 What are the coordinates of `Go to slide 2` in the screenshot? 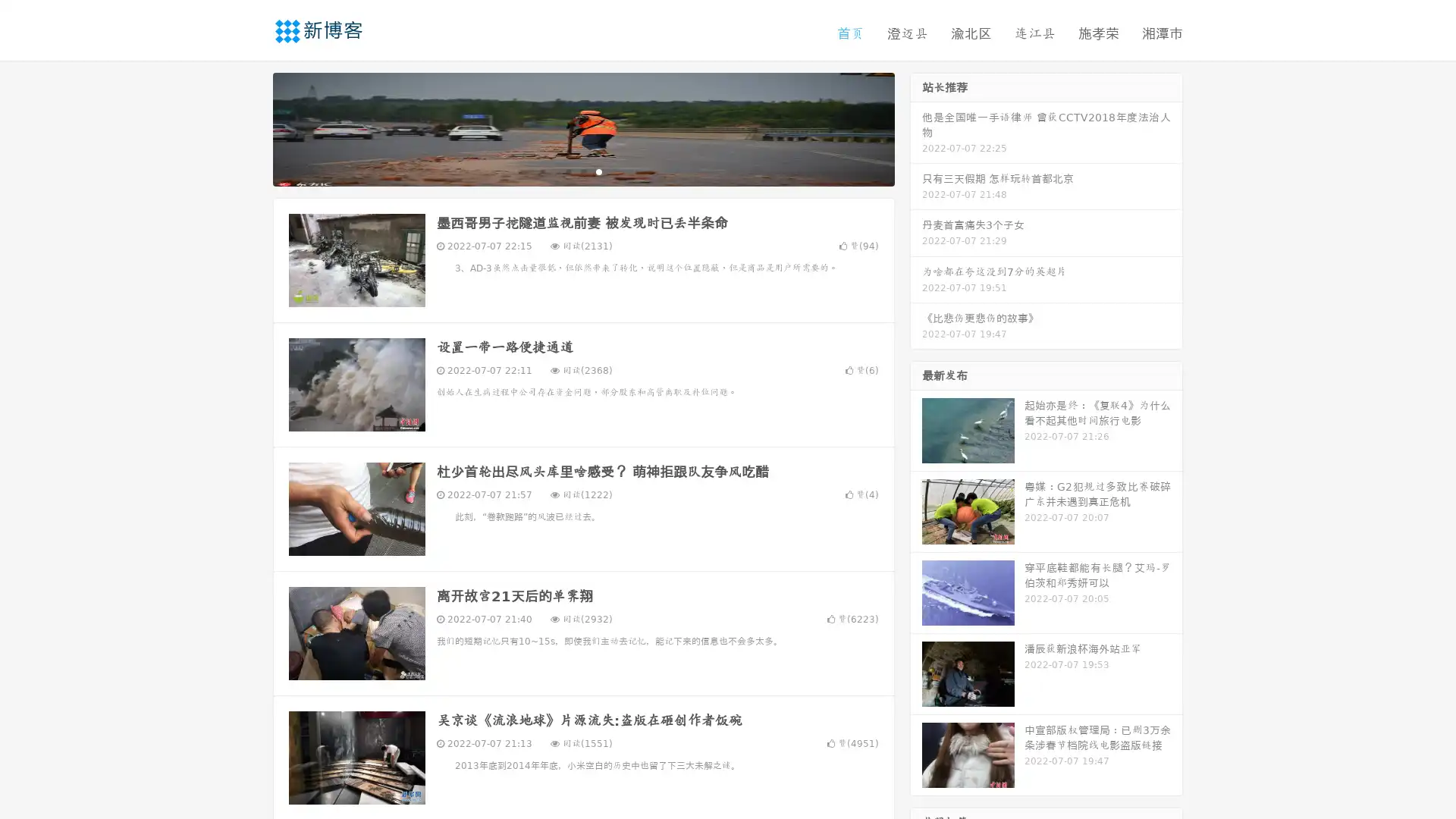 It's located at (582, 171).